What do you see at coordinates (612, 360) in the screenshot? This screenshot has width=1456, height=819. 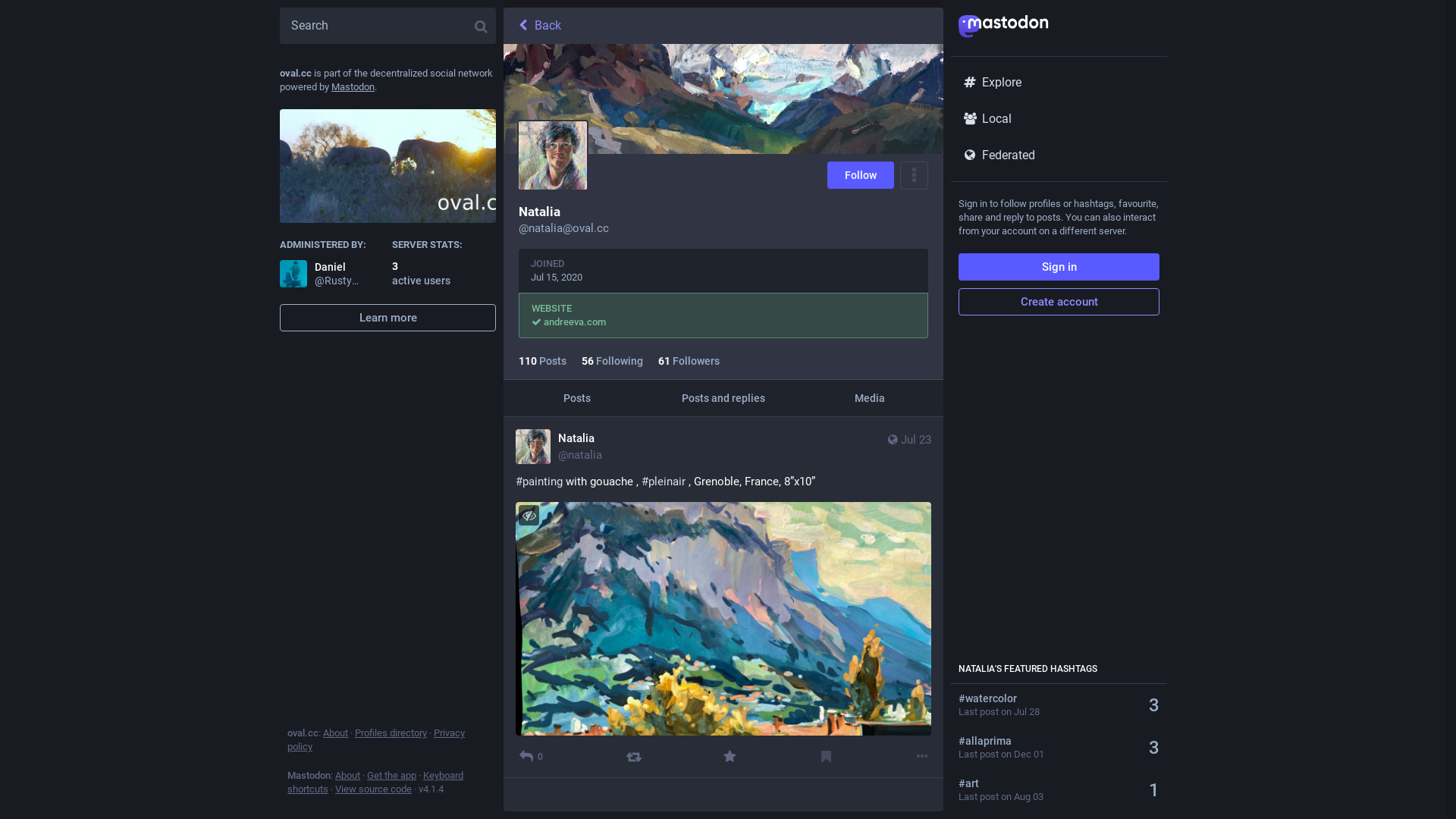 I see `'56 Following'` at bounding box center [612, 360].